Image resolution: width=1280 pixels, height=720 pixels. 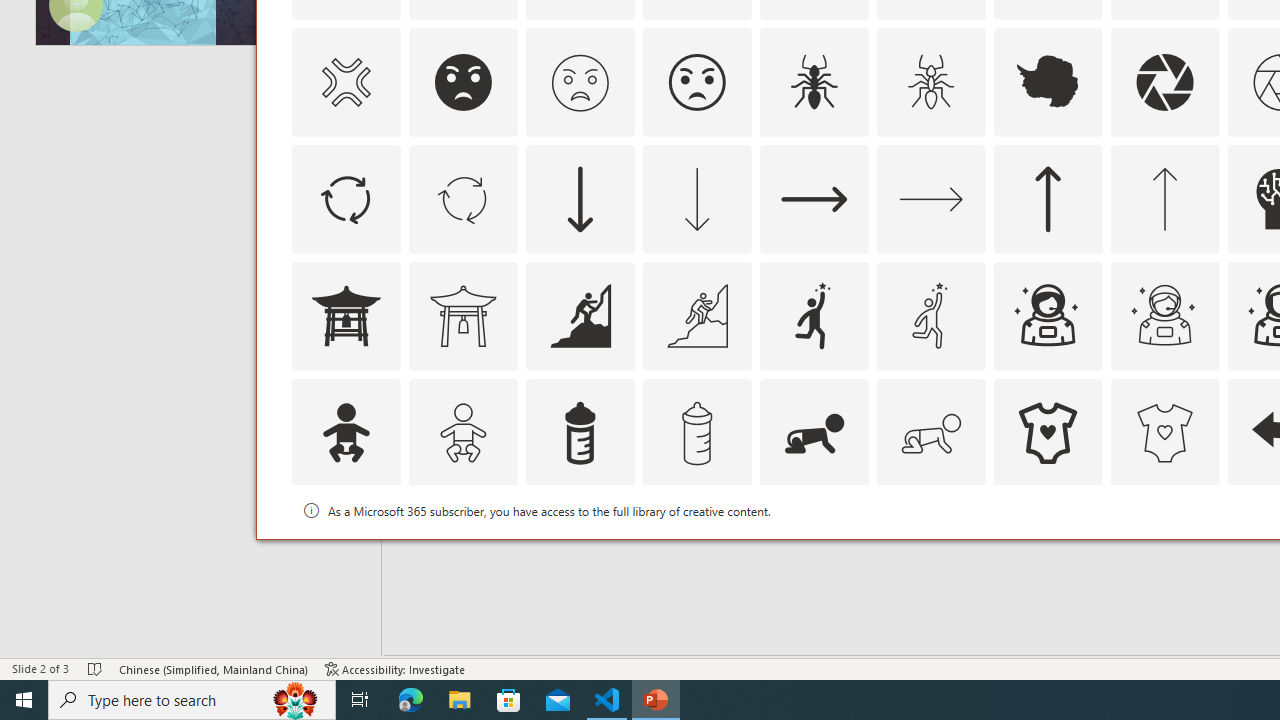 I want to click on 'AutomationID: Icons_Antarctica', so click(x=1047, y=81).